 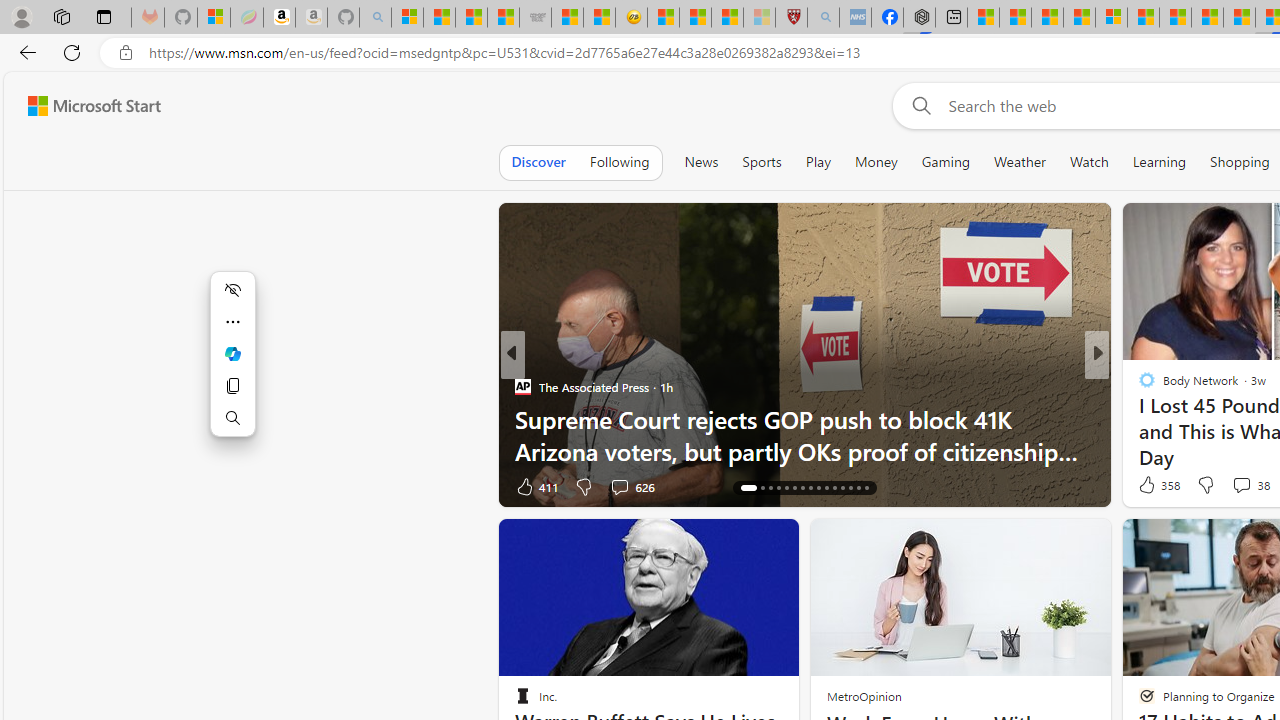 I want to click on 'Moneywise', so click(x=1138, y=387).